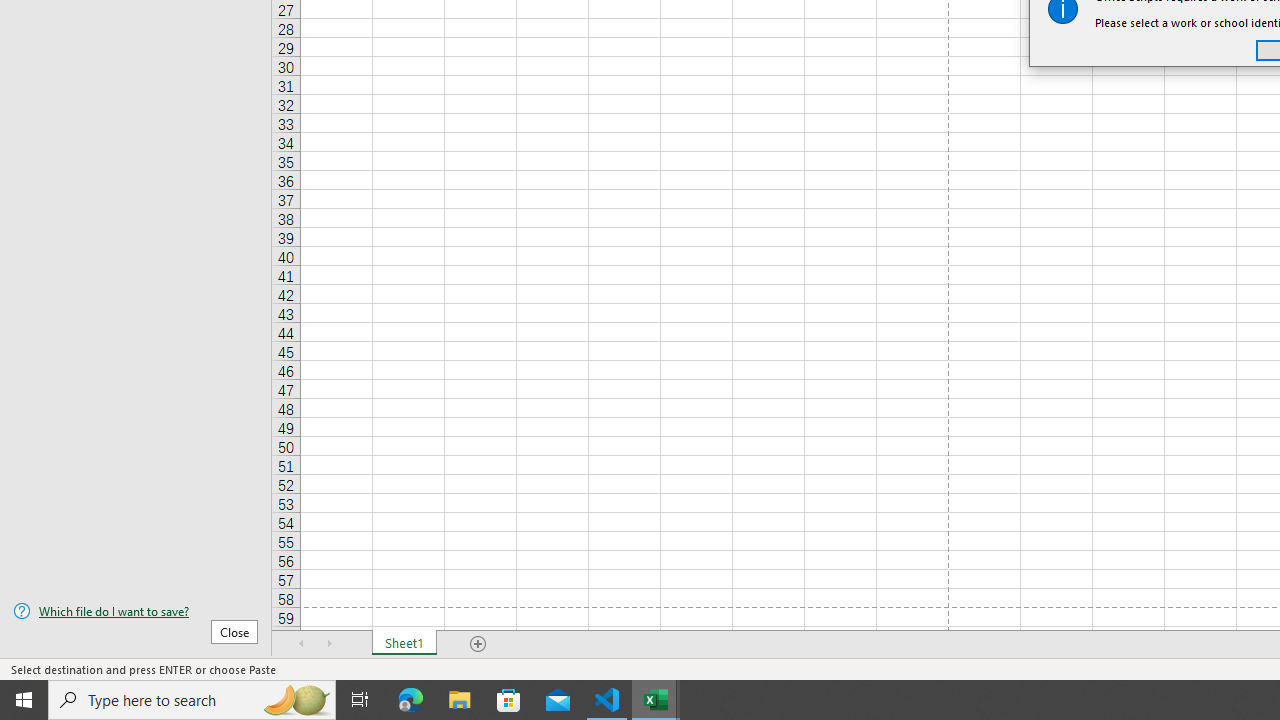 The image size is (1280, 720). What do you see at coordinates (359, 698) in the screenshot?
I see `'Task View'` at bounding box center [359, 698].